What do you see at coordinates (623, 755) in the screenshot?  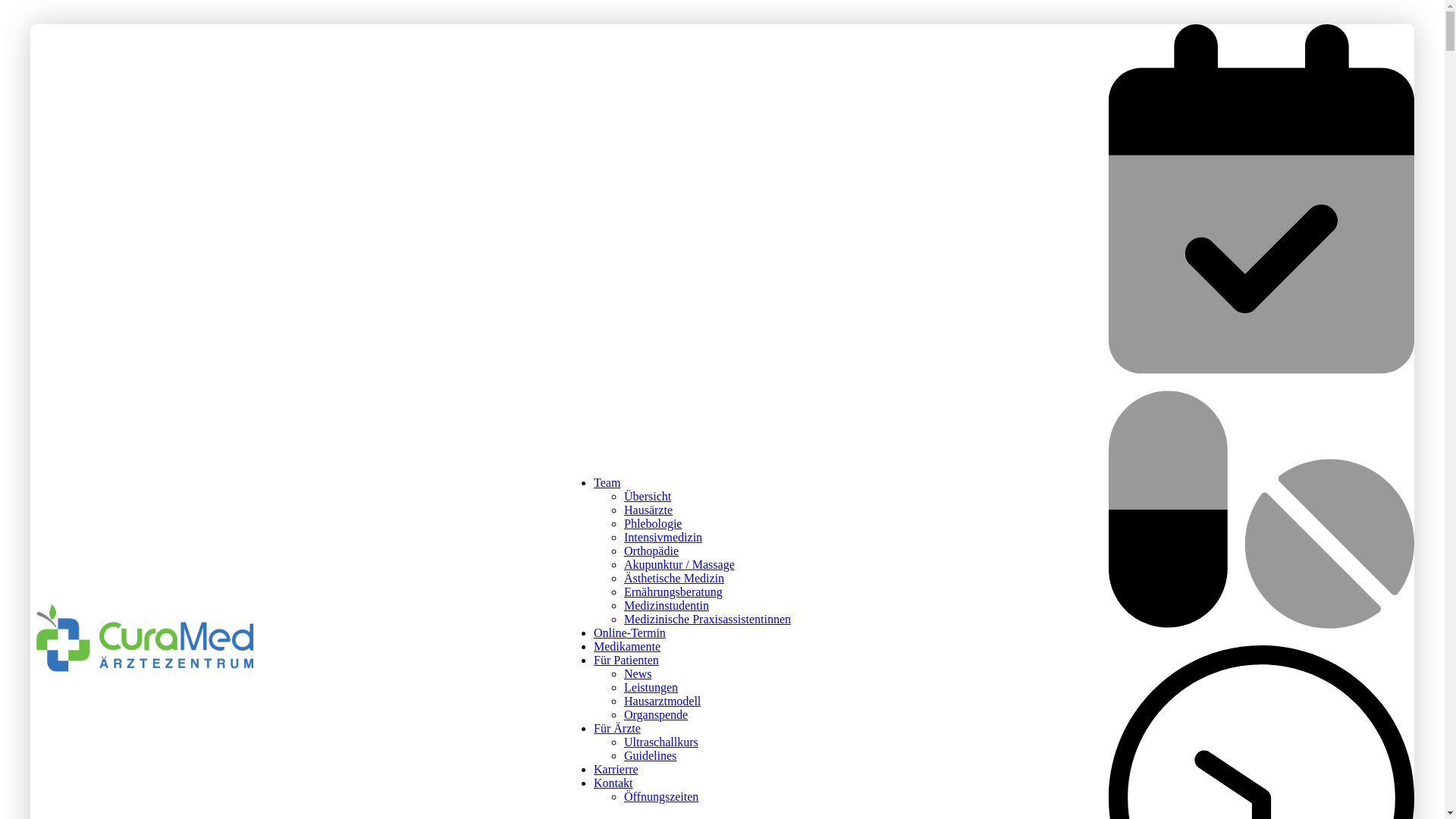 I see `'Guidelines'` at bounding box center [623, 755].